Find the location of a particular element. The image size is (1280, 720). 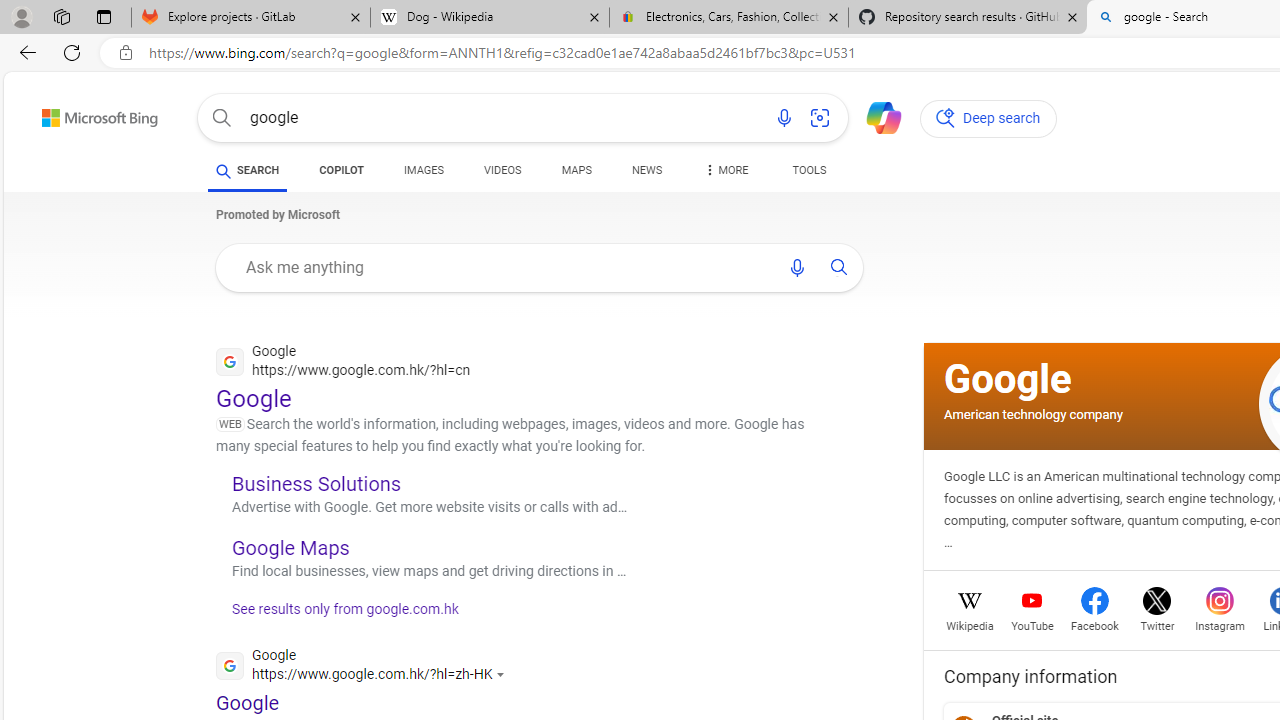

'NEWS' is located at coordinates (647, 172).